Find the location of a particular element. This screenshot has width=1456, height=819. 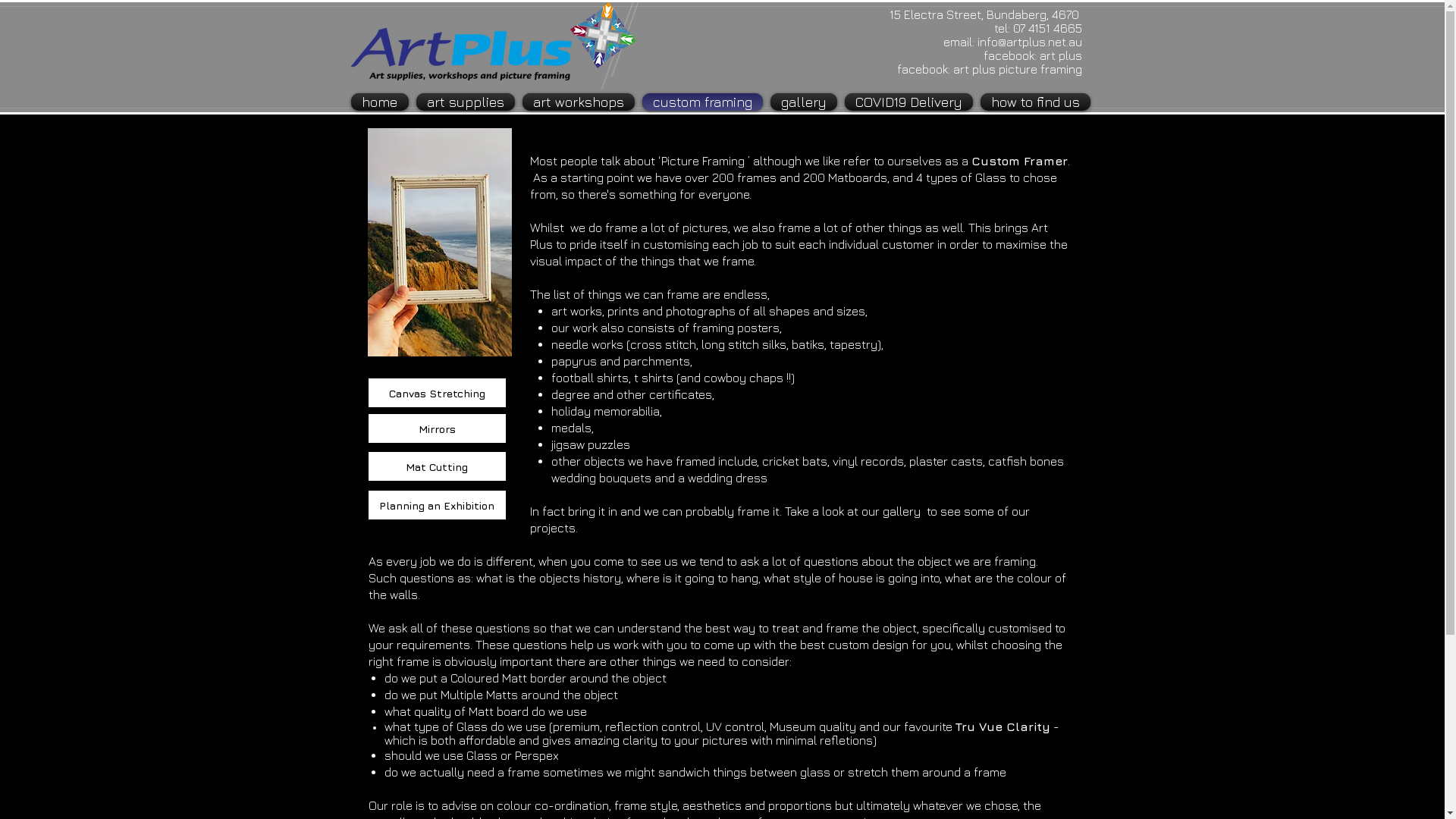

'Mirrors' is located at coordinates (435, 428).